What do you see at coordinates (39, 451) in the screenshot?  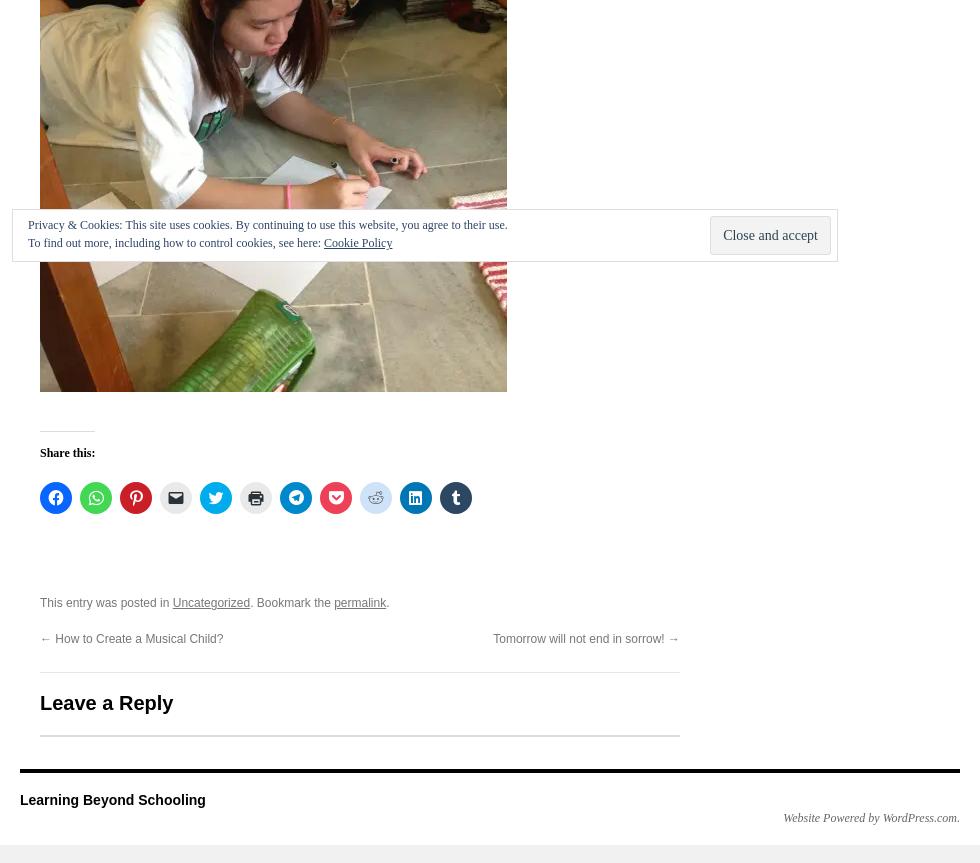 I see `'Share this:'` at bounding box center [39, 451].